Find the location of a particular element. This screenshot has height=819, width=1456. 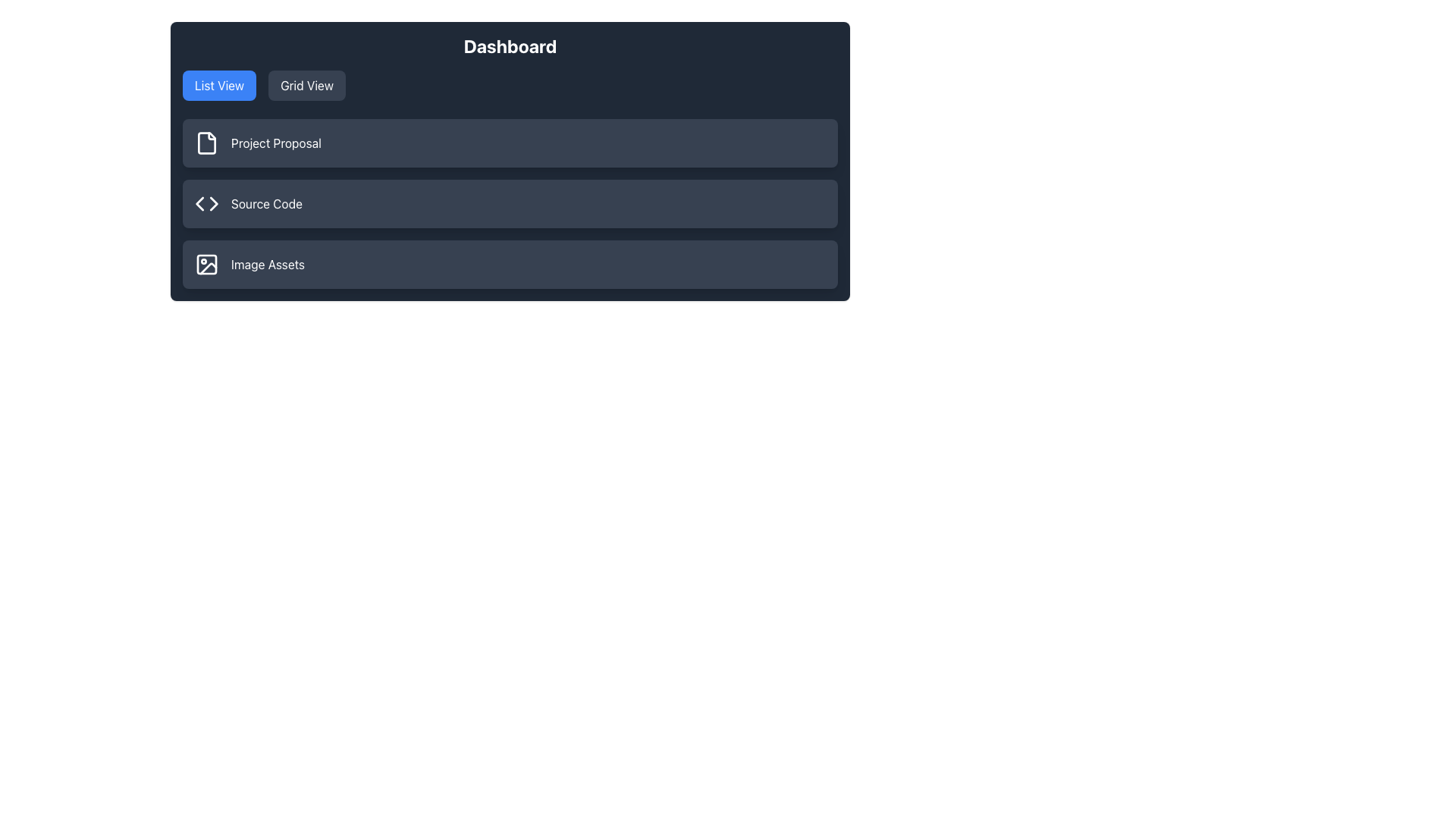

the 'Grid View' button, which is a rectangular button with rounded corners, dark gray background, and white text, located to the right of the 'List View' button is located at coordinates (306, 85).